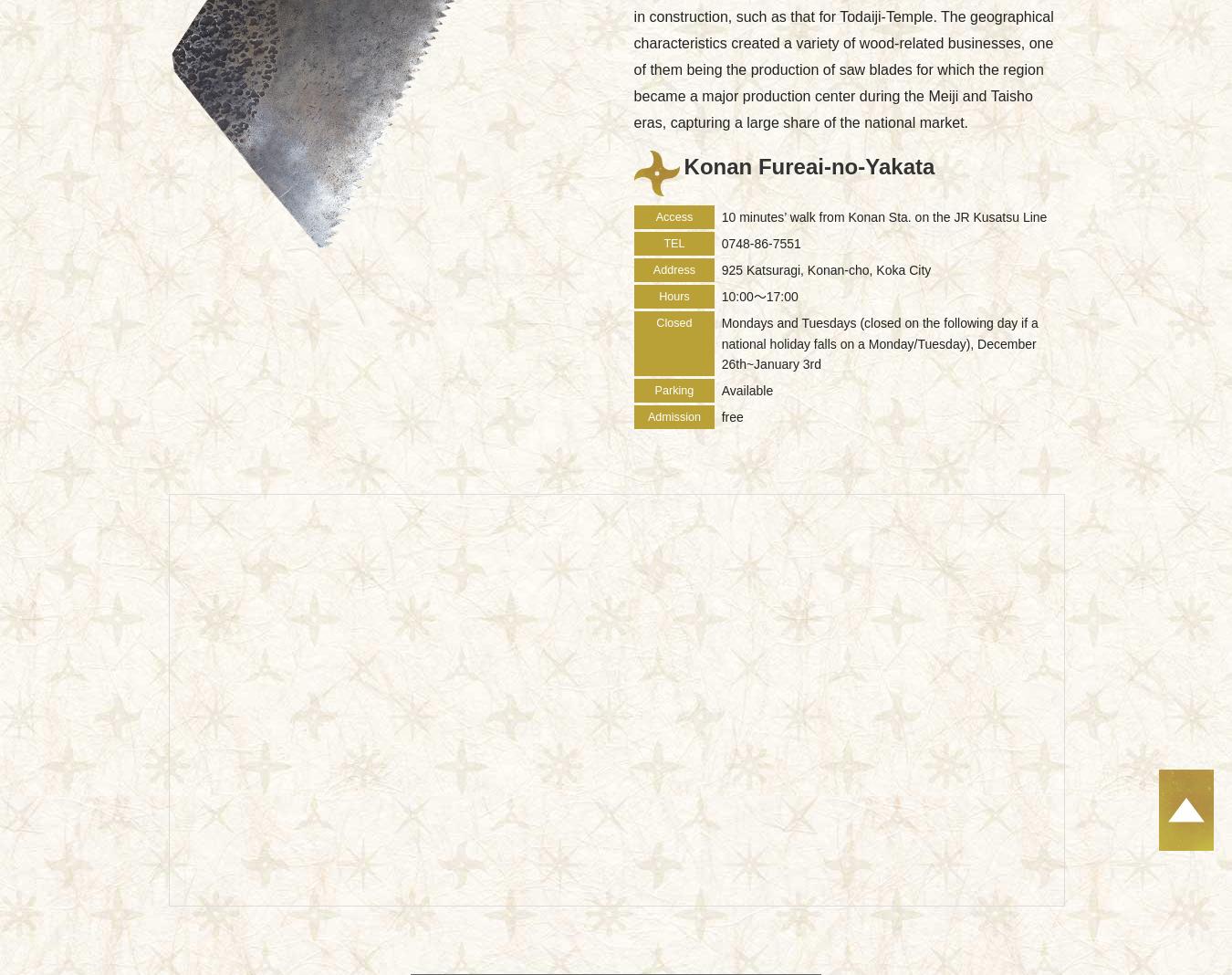  What do you see at coordinates (662, 244) in the screenshot?
I see `'TEL'` at bounding box center [662, 244].